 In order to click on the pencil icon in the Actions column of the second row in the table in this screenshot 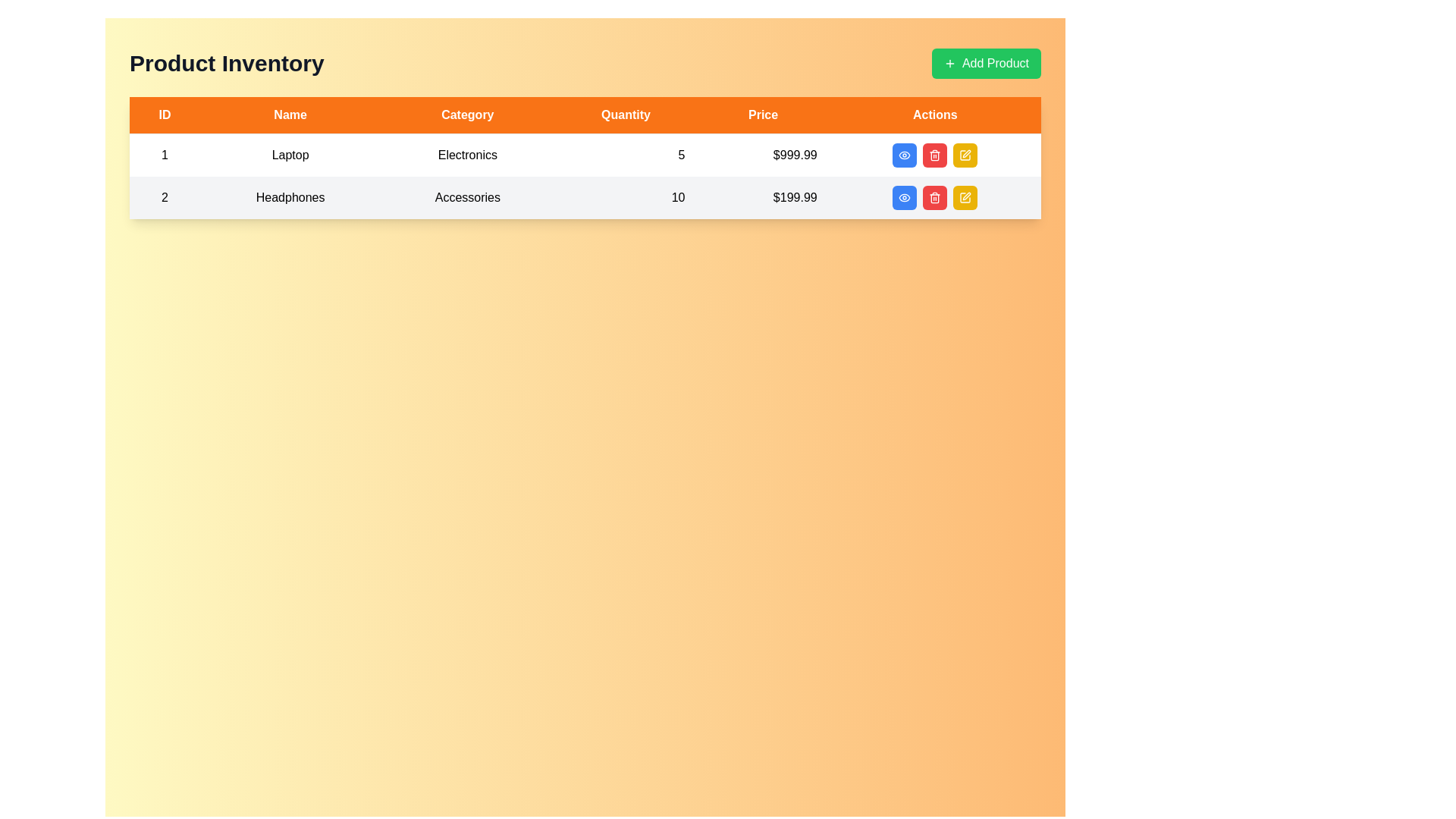, I will do `click(966, 195)`.